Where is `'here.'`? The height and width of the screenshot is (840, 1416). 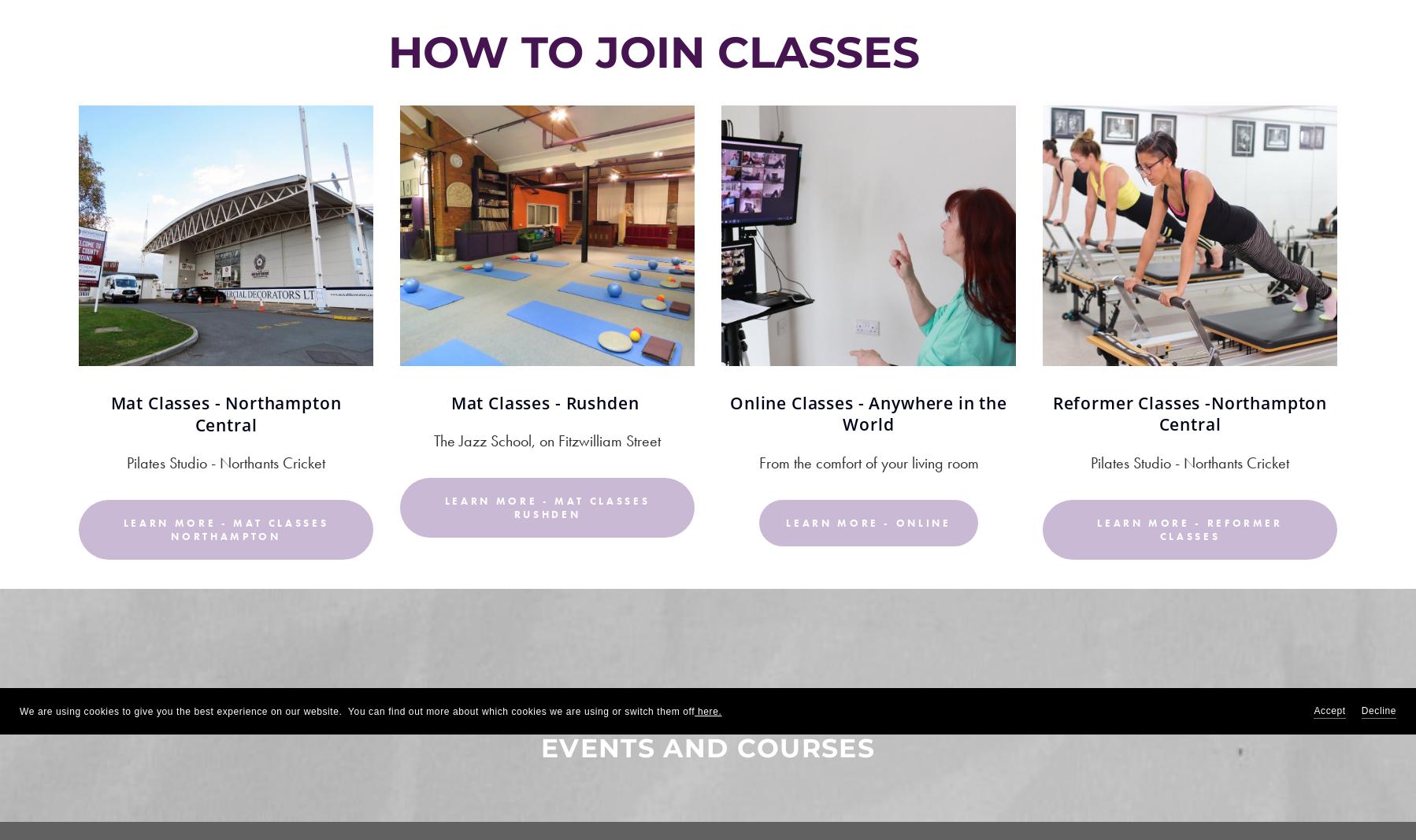
'here.' is located at coordinates (694, 711).